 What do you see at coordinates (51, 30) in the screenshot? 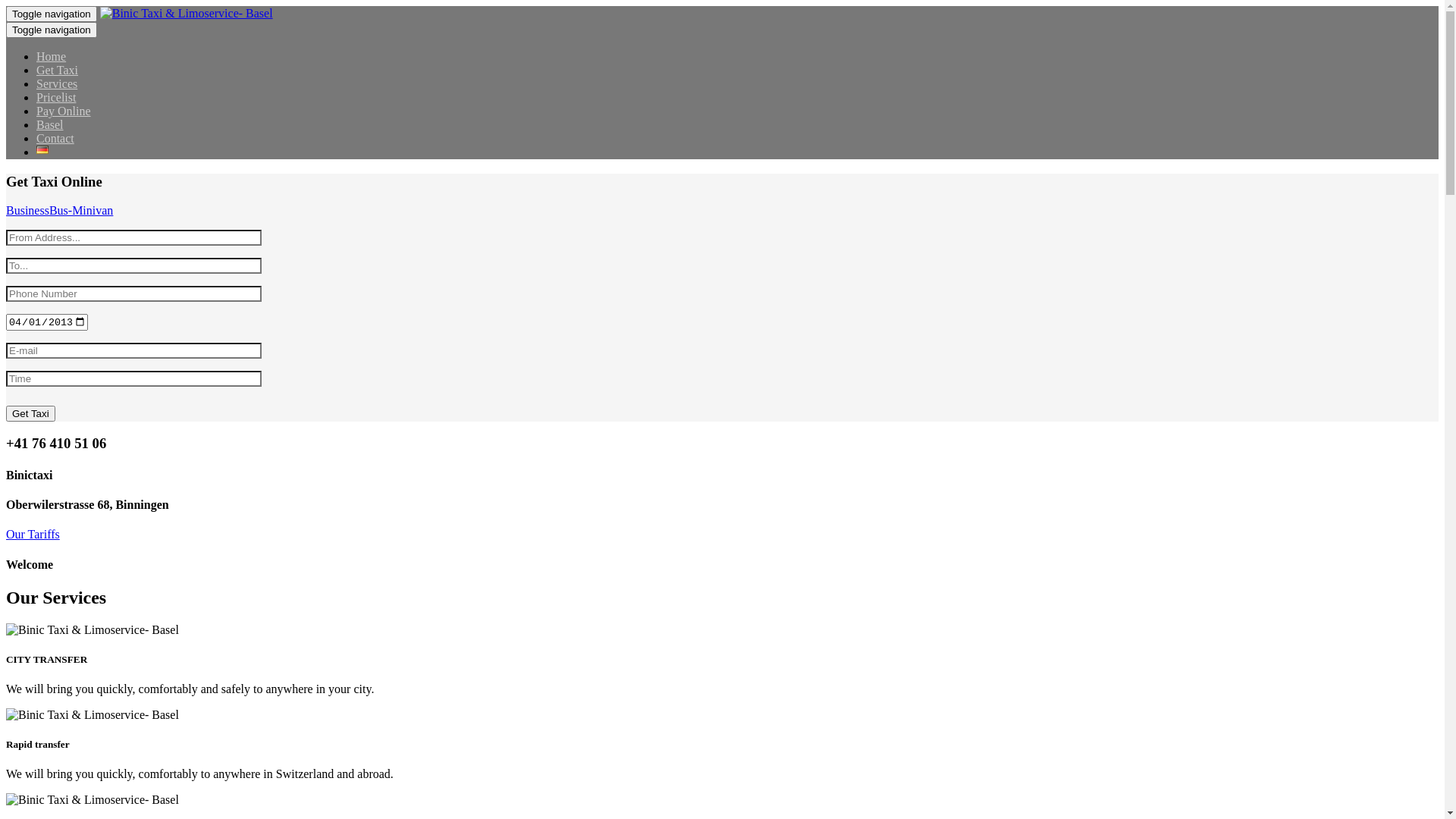
I see `'Toggle navigation'` at bounding box center [51, 30].